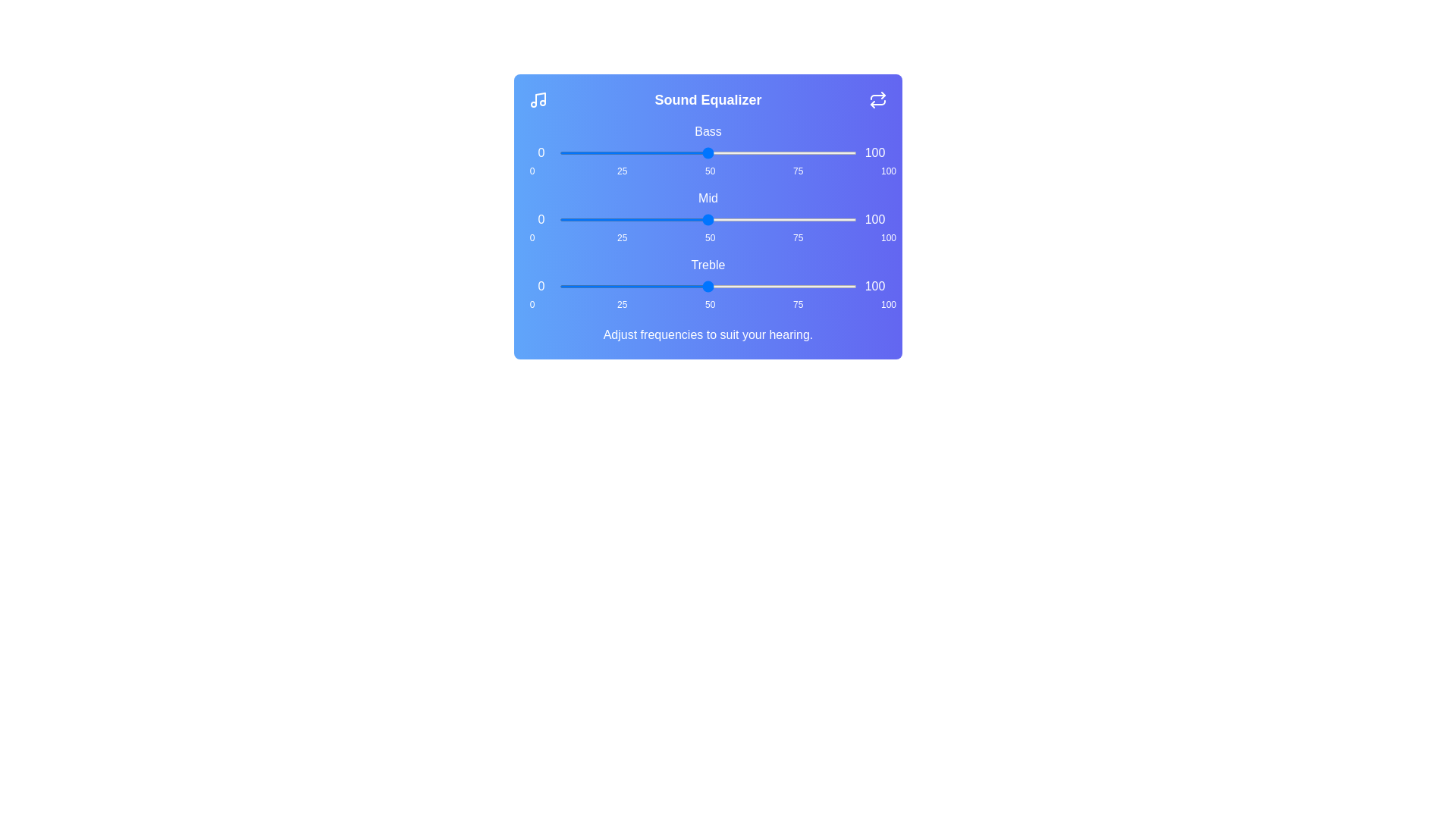 Image resolution: width=1456 pixels, height=819 pixels. What do you see at coordinates (832, 219) in the screenshot?
I see `the 'mid' slider to 92` at bounding box center [832, 219].